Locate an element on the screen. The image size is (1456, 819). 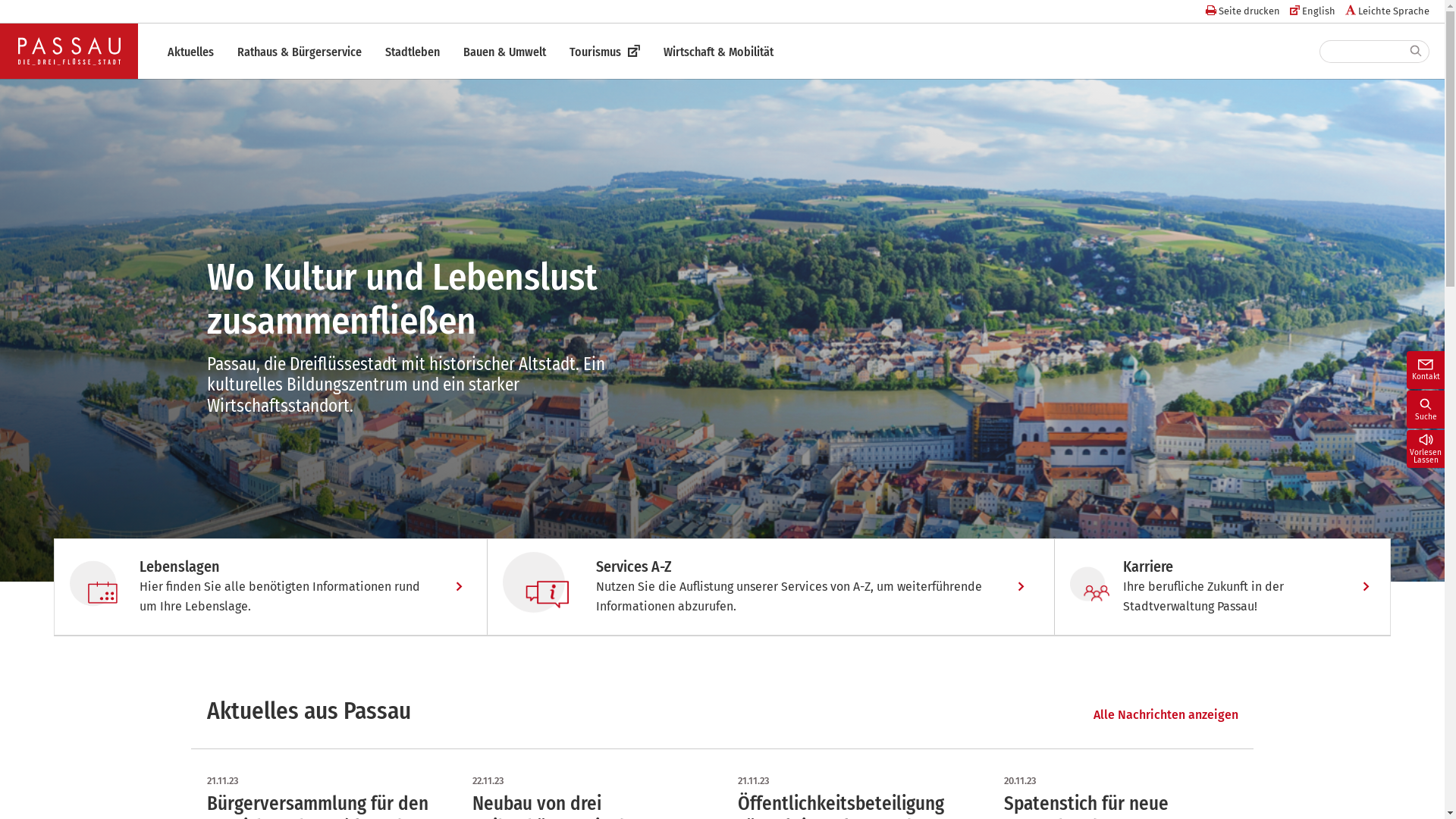
'Kontakt' is located at coordinates (1425, 370).